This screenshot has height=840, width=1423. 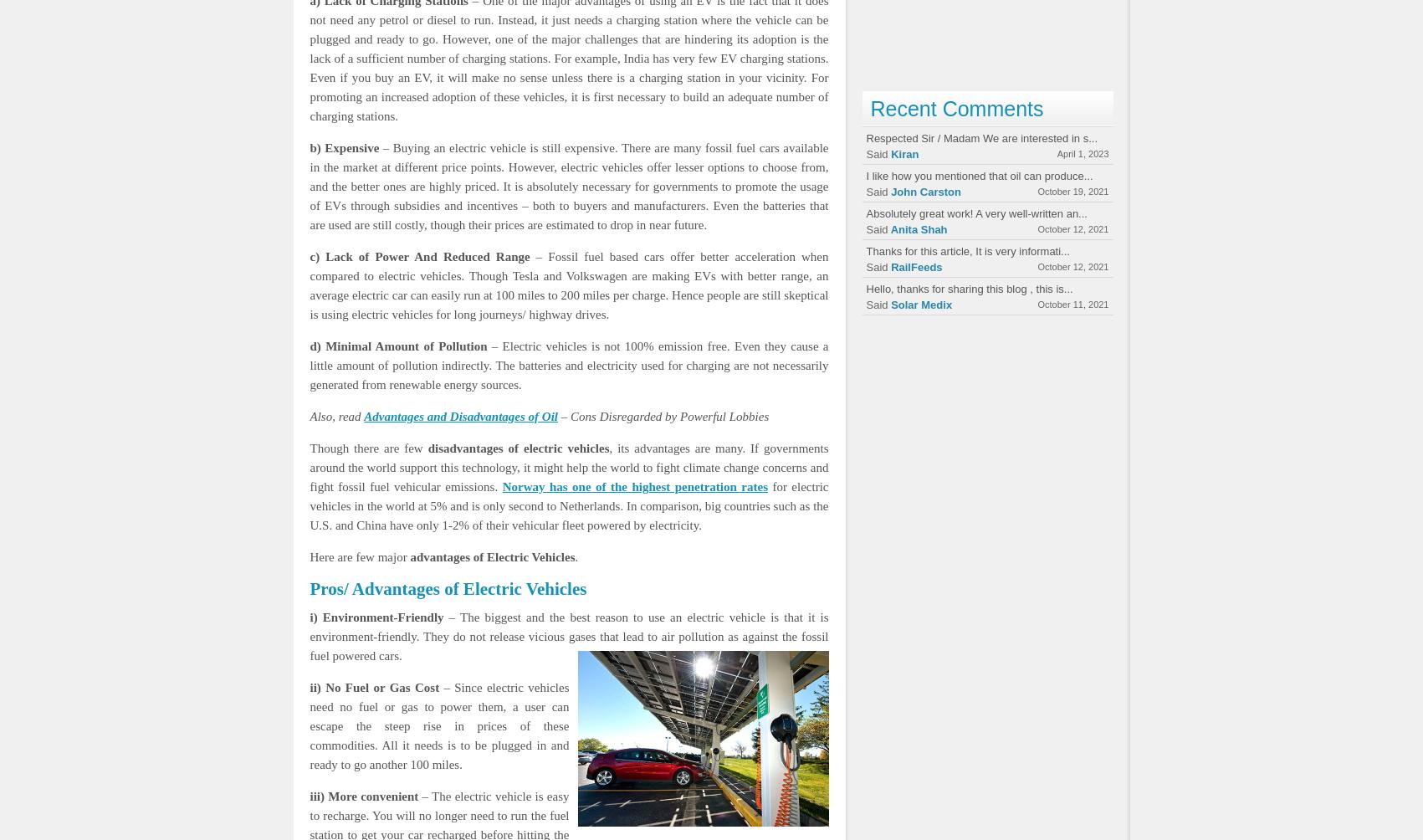 I want to click on 'I like how you mentioned that oil can produce...', so click(x=978, y=175).